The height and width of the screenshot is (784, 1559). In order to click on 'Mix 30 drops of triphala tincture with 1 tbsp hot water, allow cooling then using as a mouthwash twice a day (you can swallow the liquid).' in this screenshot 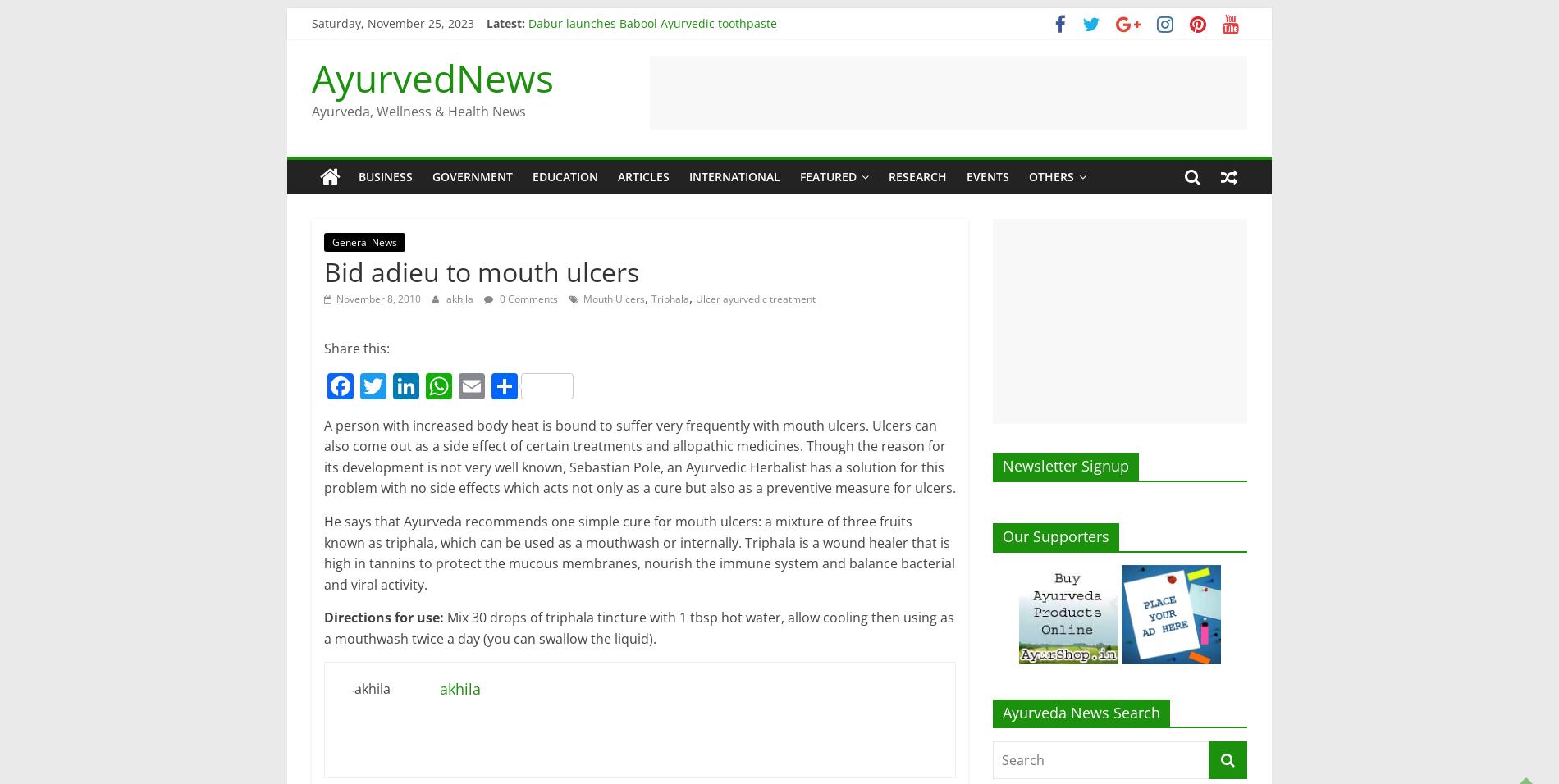, I will do `click(638, 627)`.